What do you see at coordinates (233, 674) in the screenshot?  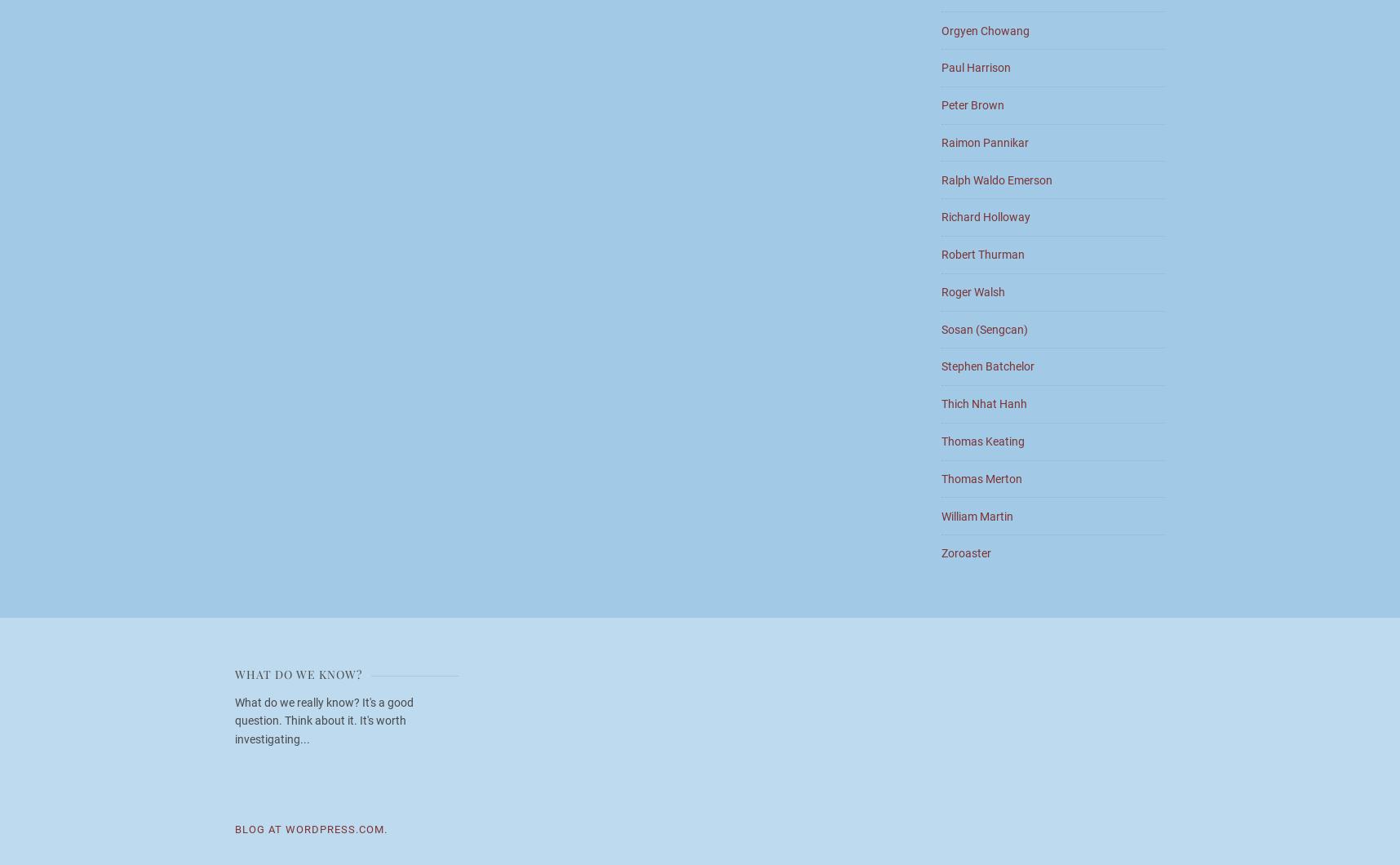 I see `'What do we know?'` at bounding box center [233, 674].